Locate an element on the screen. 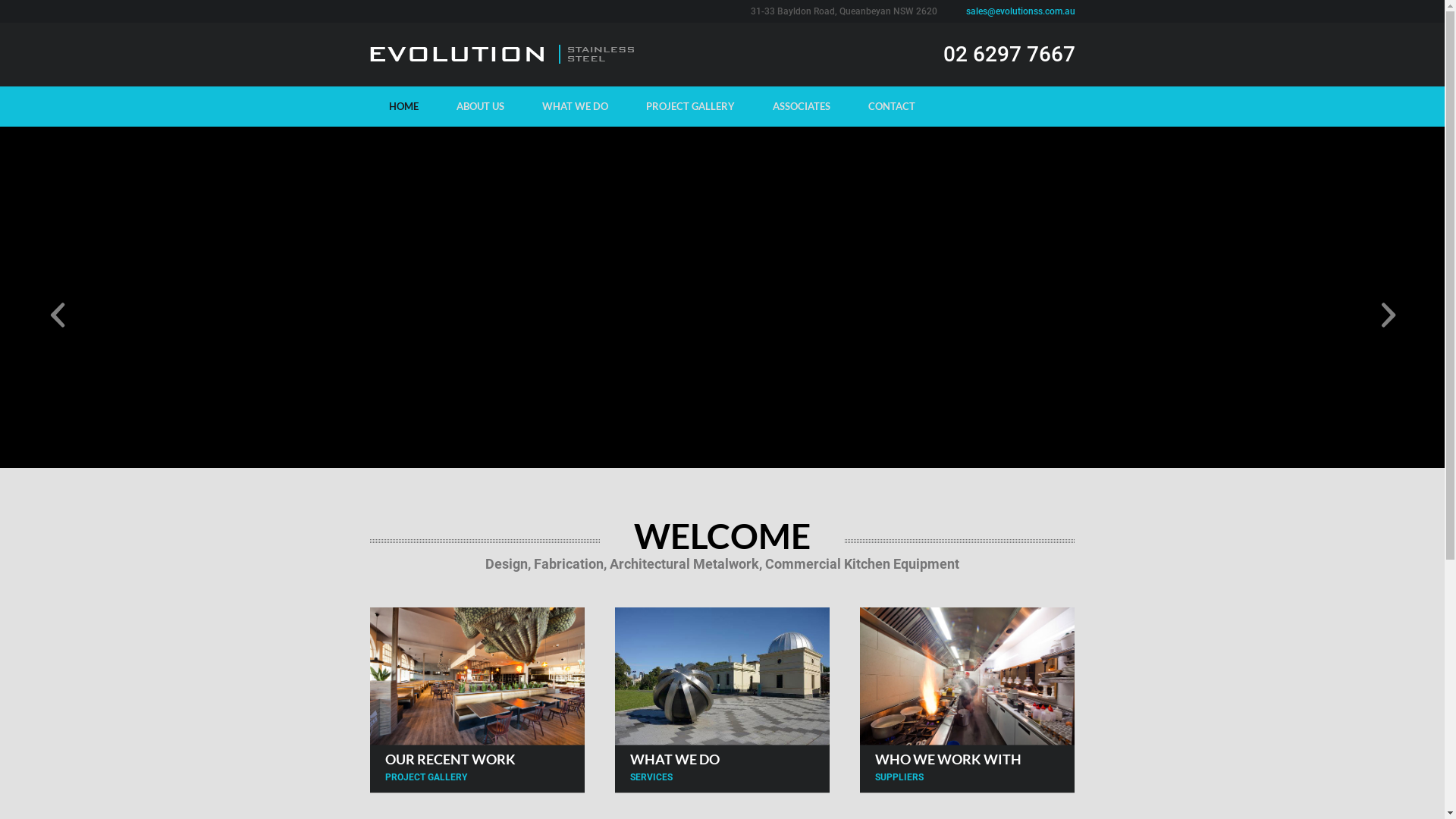 The width and height of the screenshot is (1456, 819). 'ABOUT US' is located at coordinates (479, 105).